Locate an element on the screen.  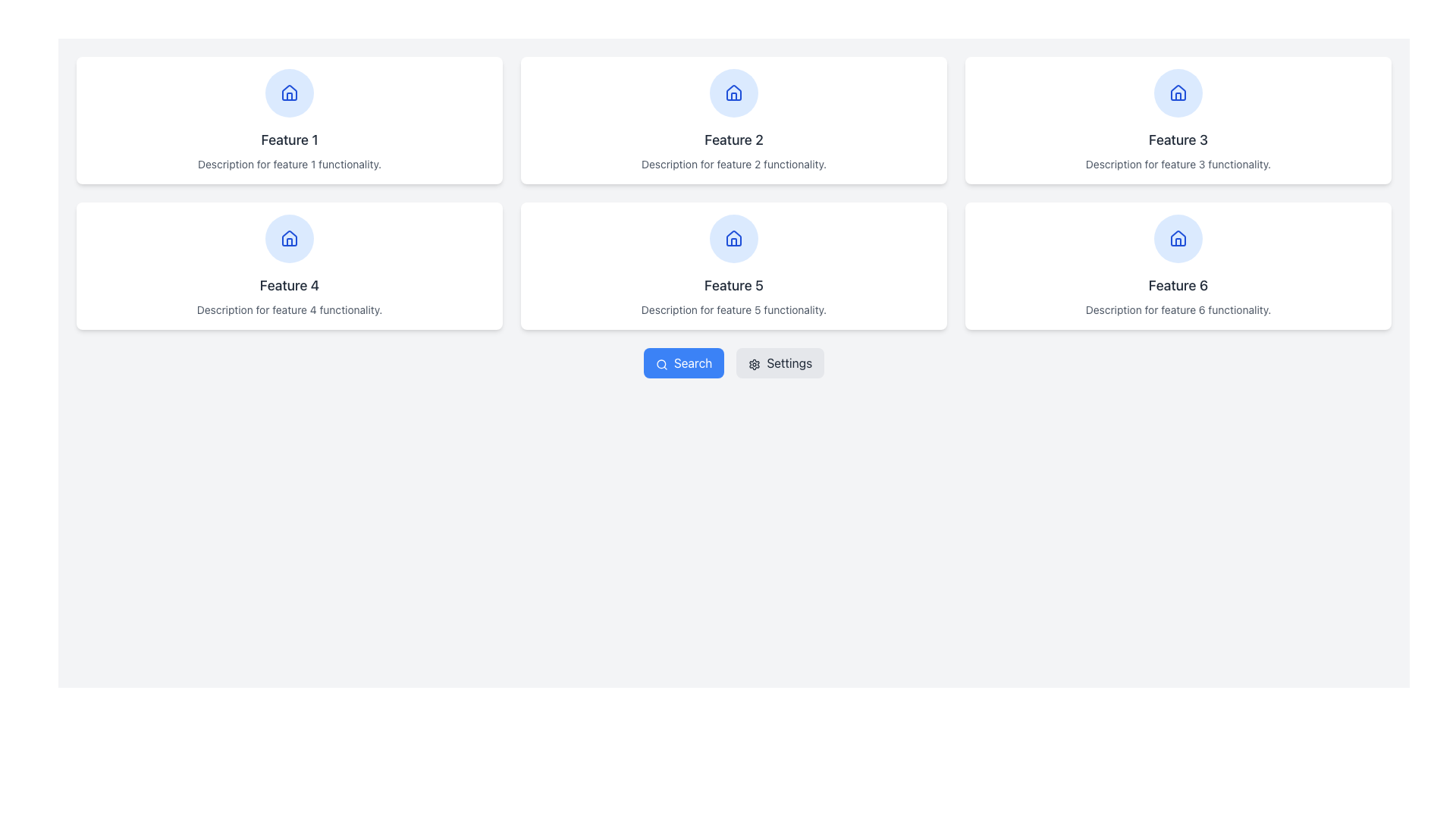
the 'house' icon located in the center column of the second row within the 'Feature 5' section is located at coordinates (734, 237).